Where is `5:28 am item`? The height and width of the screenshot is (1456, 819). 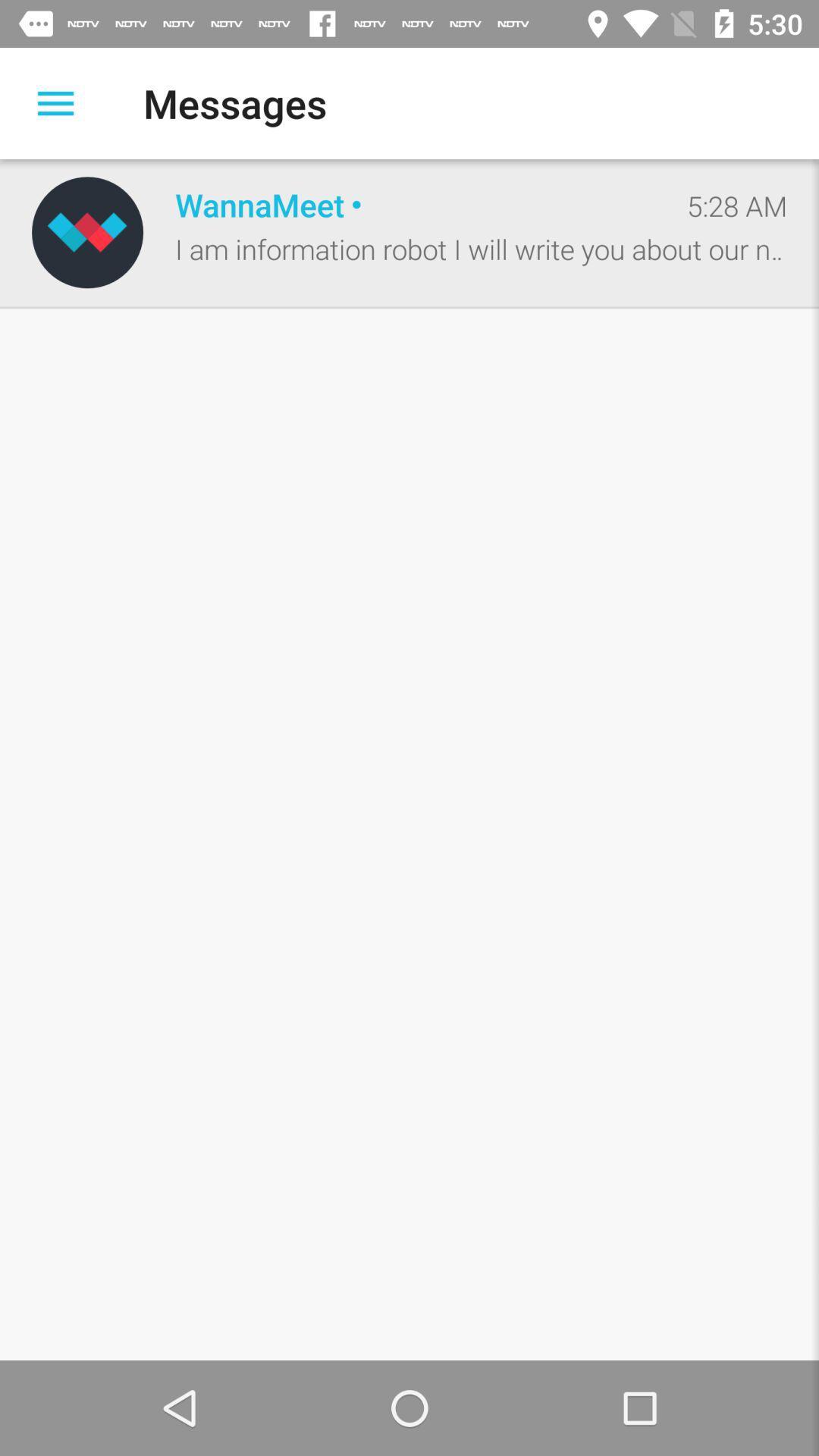 5:28 am item is located at coordinates (736, 205).